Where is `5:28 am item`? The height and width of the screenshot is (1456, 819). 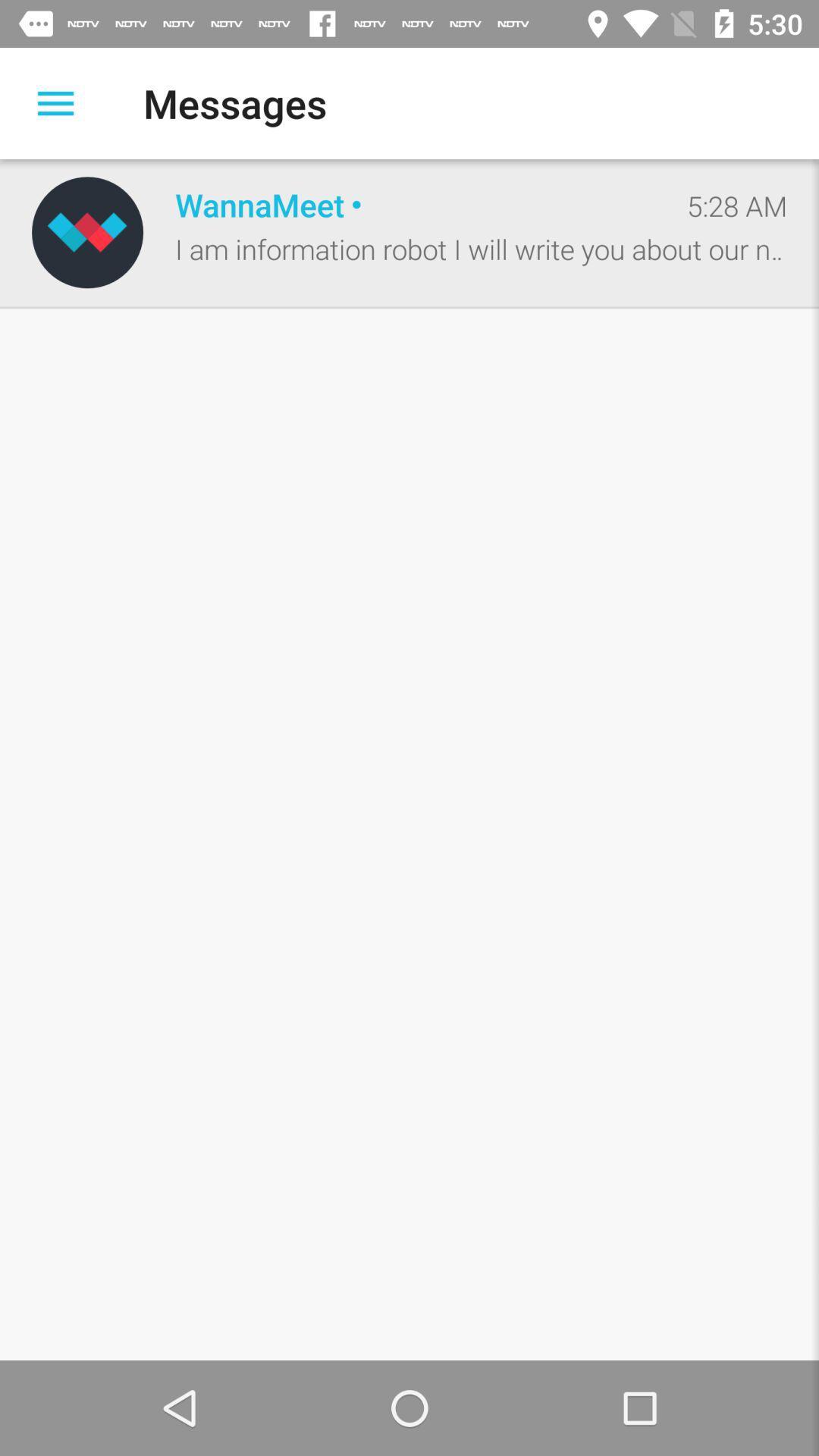 5:28 am item is located at coordinates (736, 205).